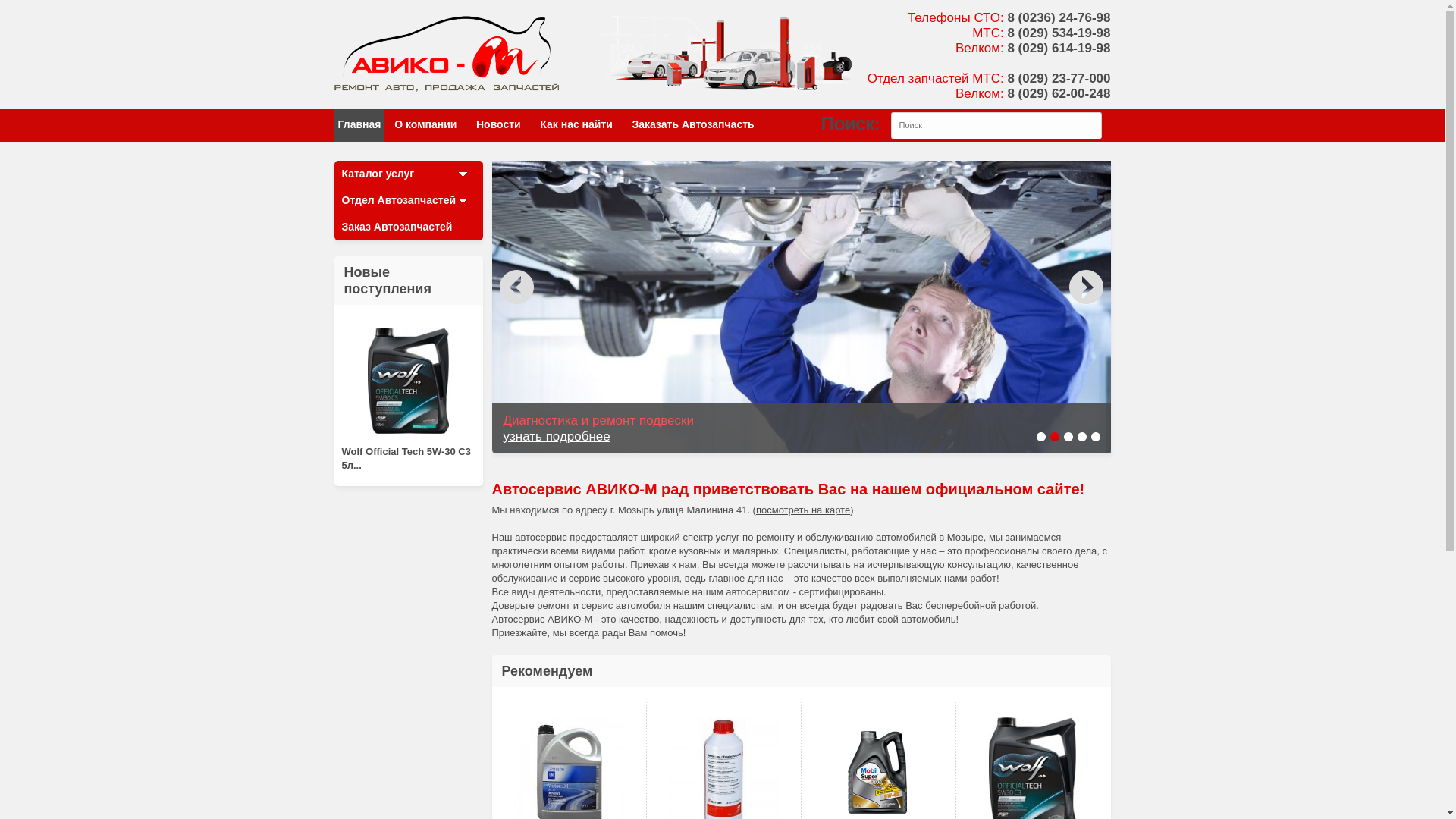  Describe the element at coordinates (1066, 436) in the screenshot. I see `'3'` at that location.